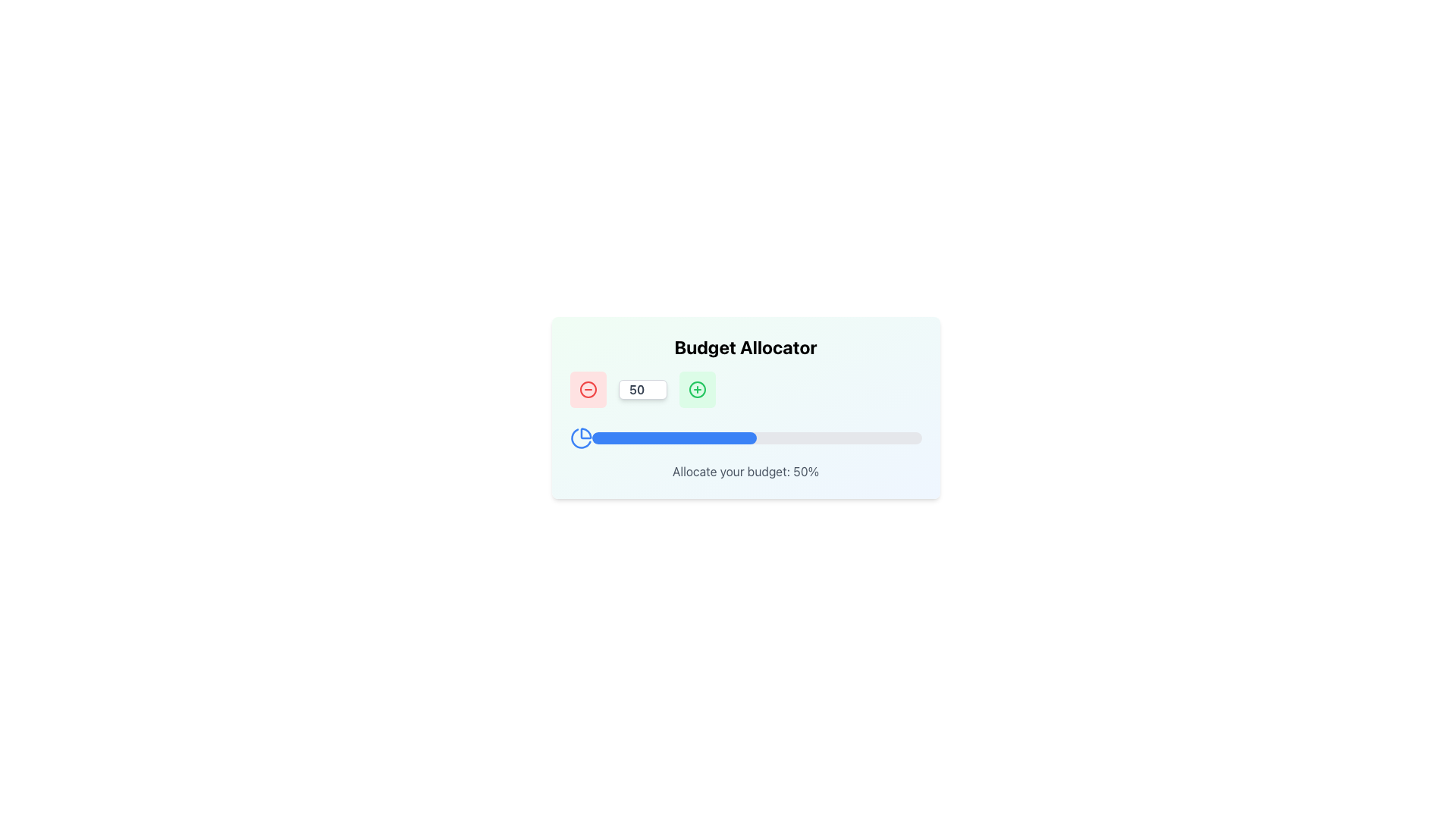 The height and width of the screenshot is (819, 1456). I want to click on the decrement button located to the left of the numerical input field to reduce the displayed value, so click(587, 388).